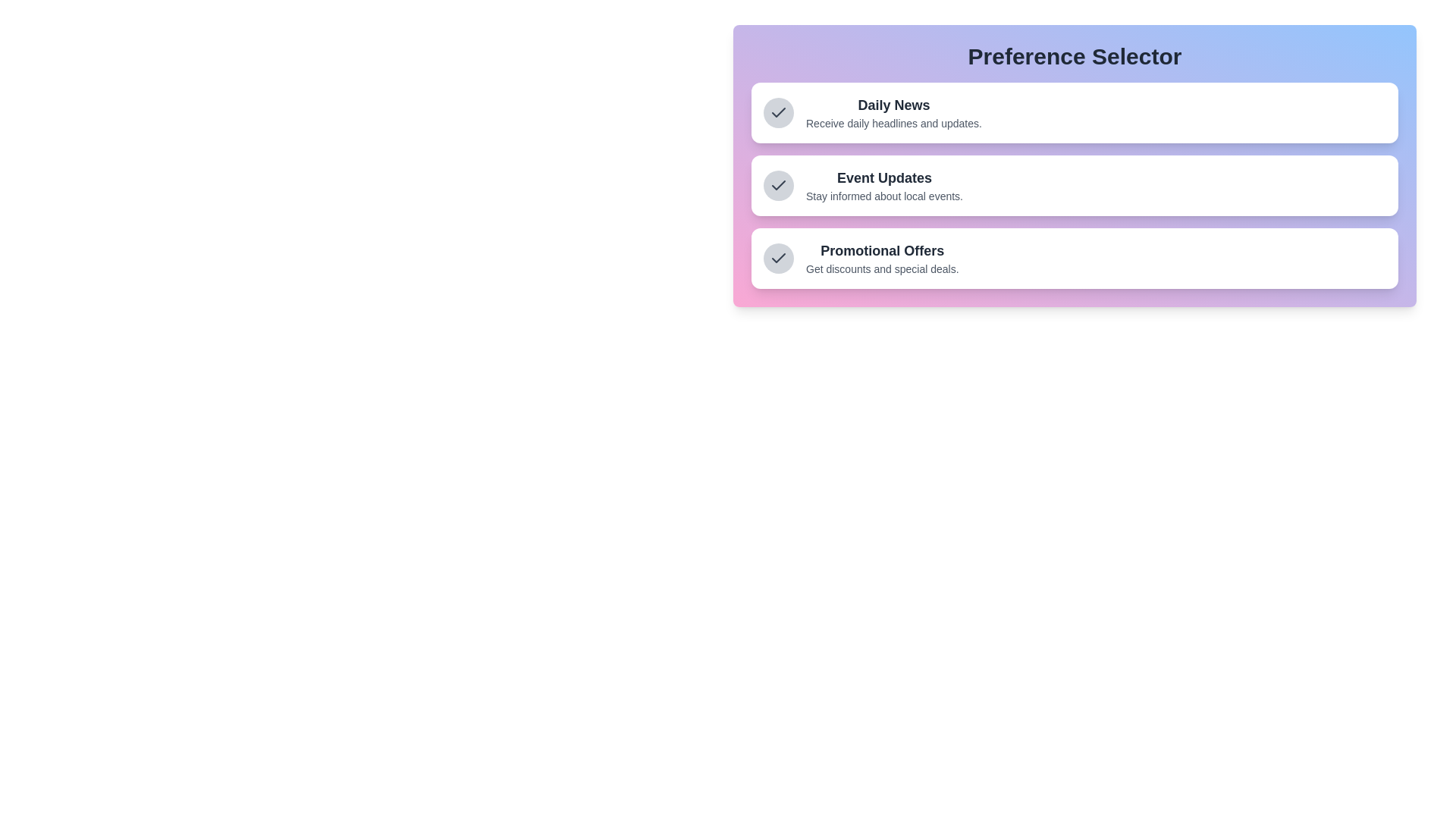  Describe the element at coordinates (779, 112) in the screenshot. I see `the preference labeled 'Daily News' by clicking its check button` at that location.